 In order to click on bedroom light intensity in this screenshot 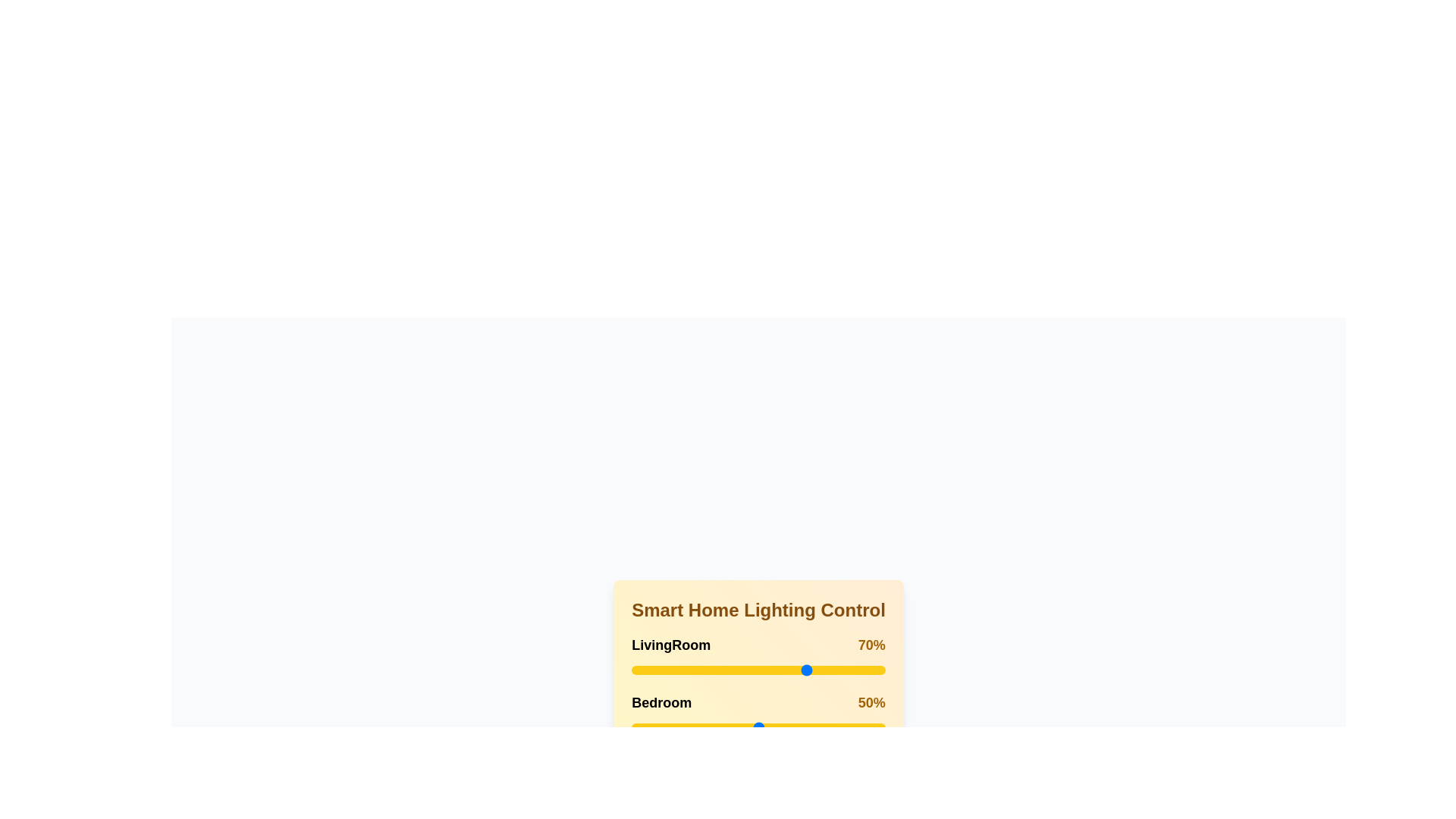, I will do `click(644, 727)`.